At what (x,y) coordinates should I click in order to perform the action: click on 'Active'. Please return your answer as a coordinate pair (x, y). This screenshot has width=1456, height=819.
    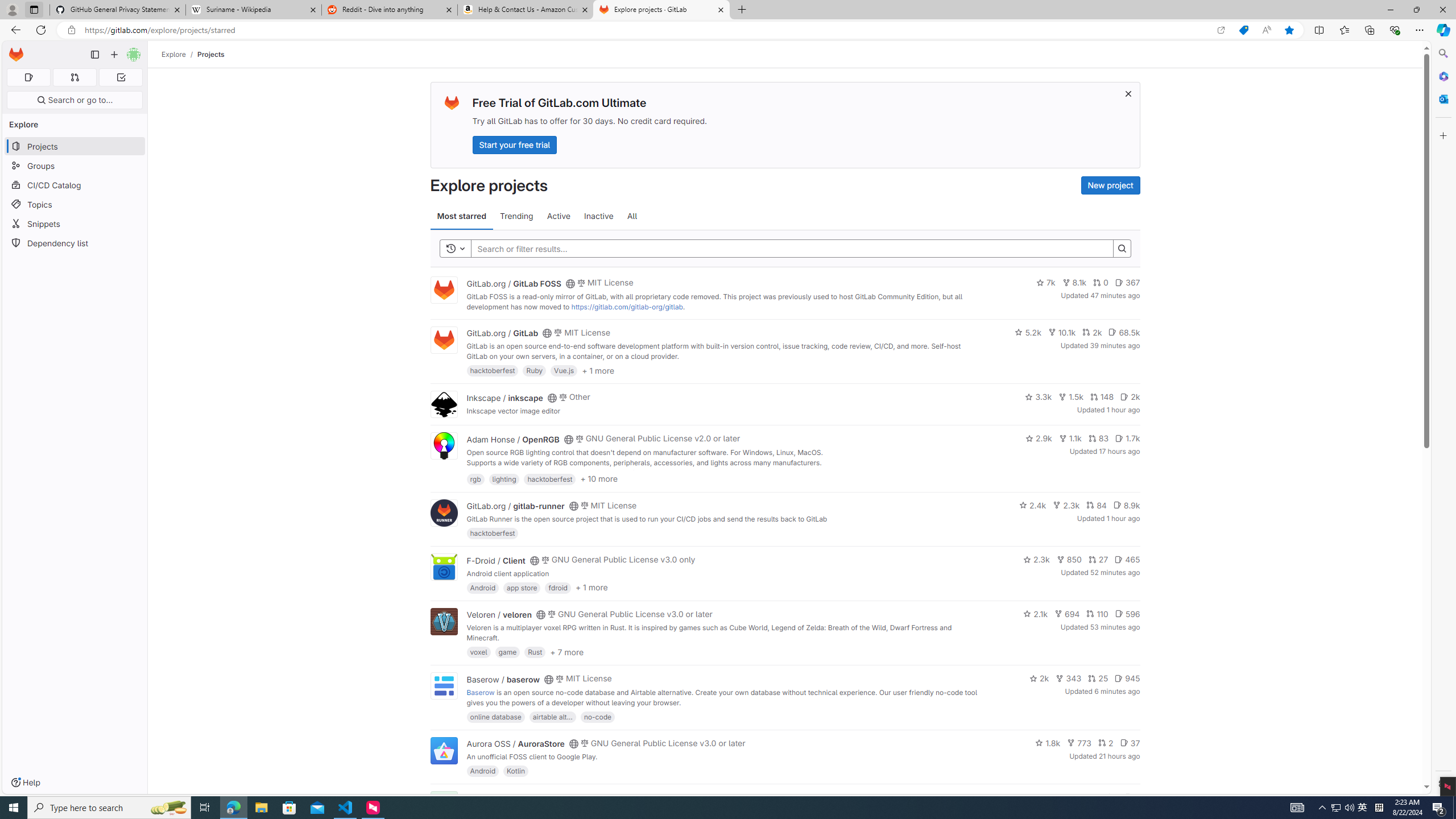
    Looking at the image, I should click on (559, 216).